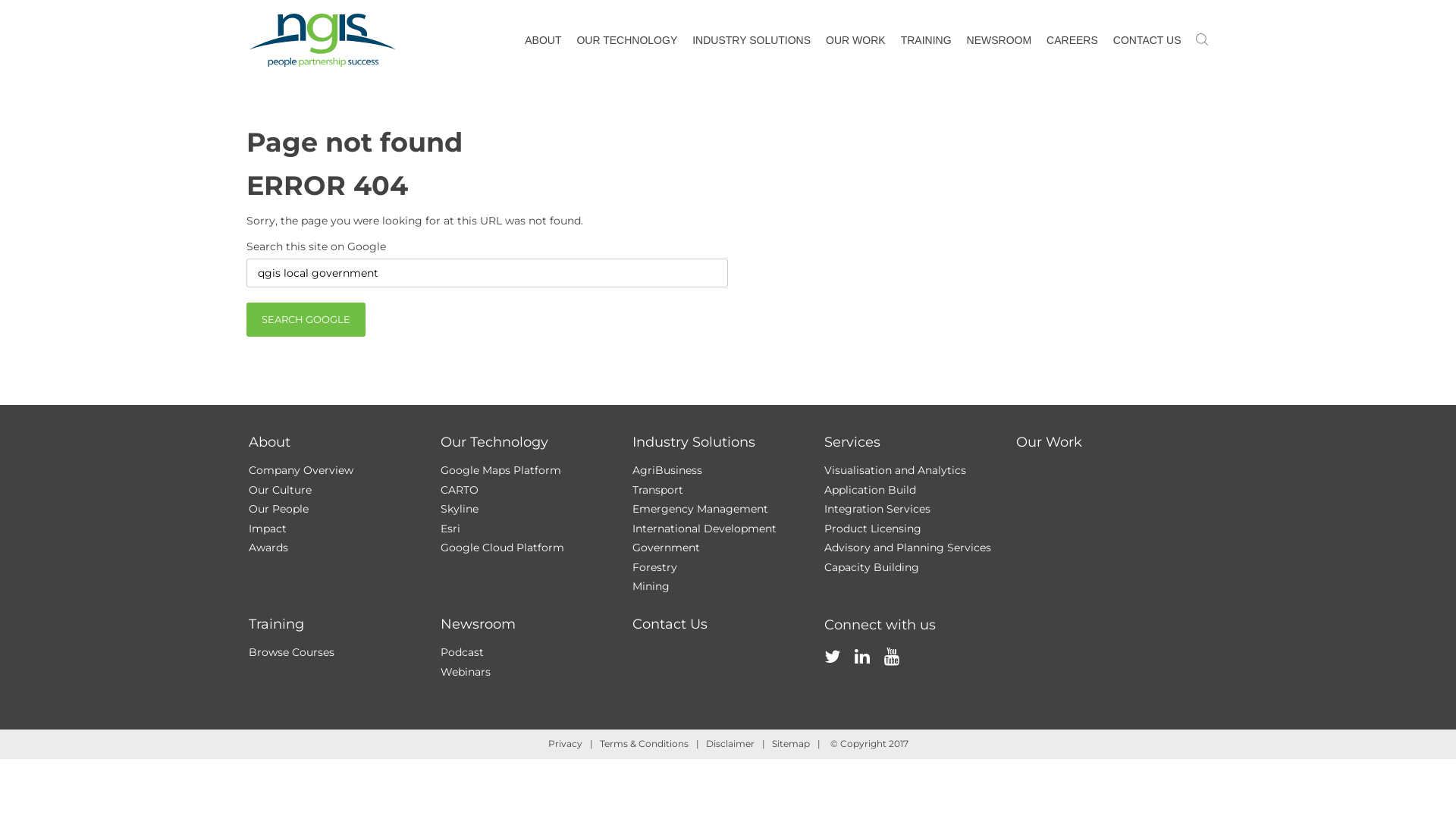 The height and width of the screenshot is (819, 1456). What do you see at coordinates (626, 39) in the screenshot?
I see `'OUR TECHNOLOGY'` at bounding box center [626, 39].